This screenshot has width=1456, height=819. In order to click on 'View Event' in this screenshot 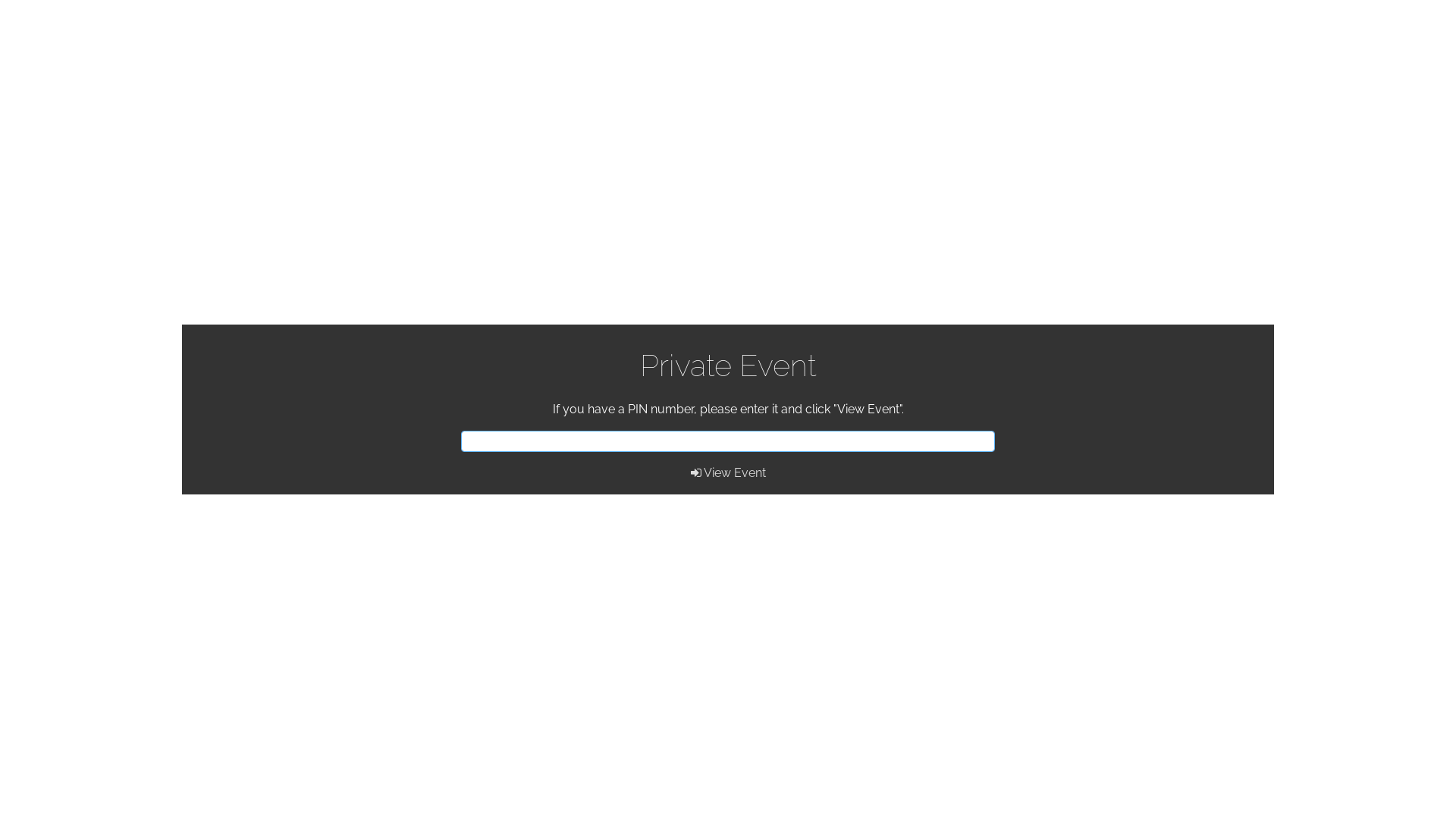, I will do `click(726, 472)`.